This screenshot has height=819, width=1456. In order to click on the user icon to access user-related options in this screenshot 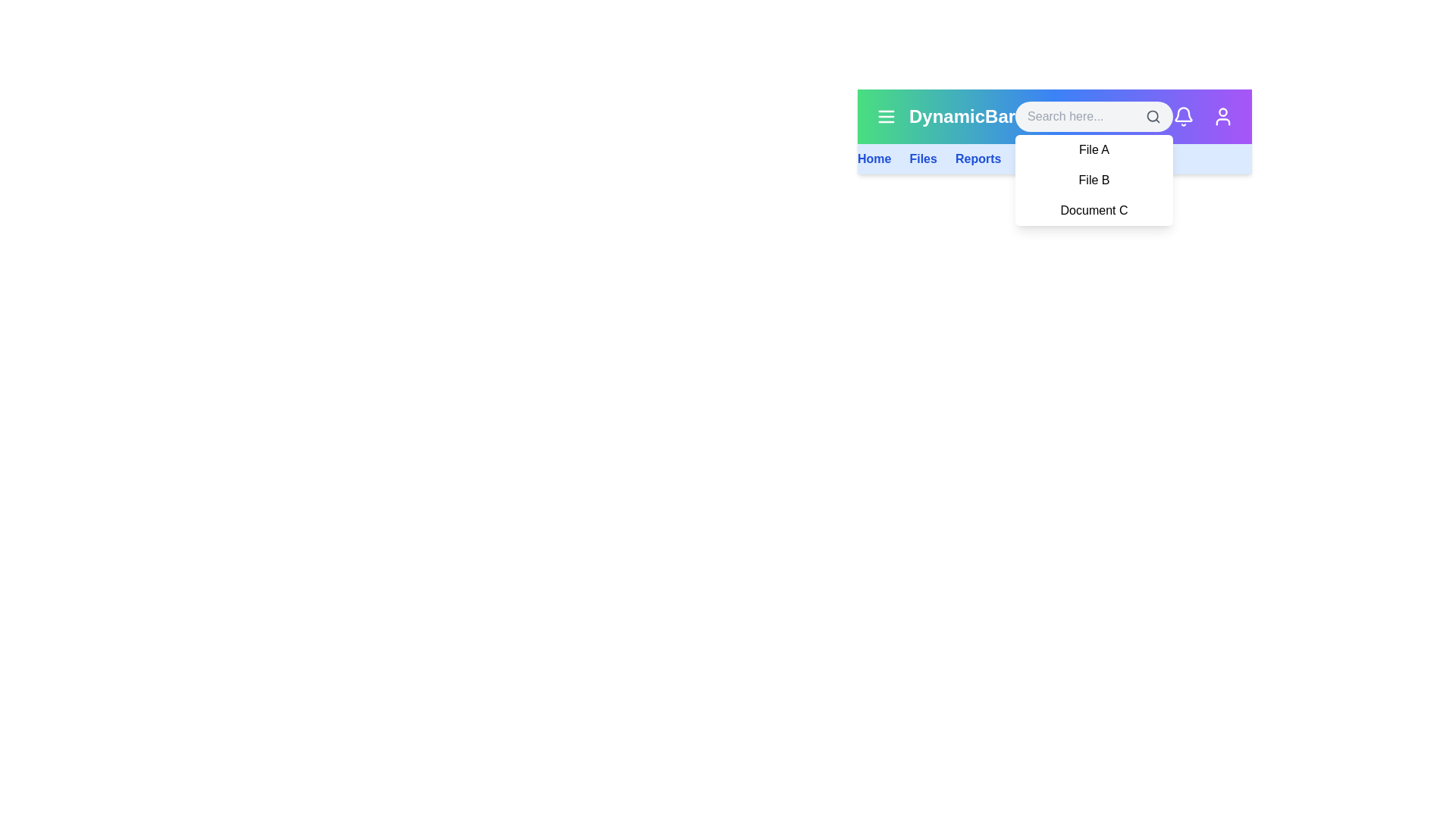, I will do `click(1222, 116)`.